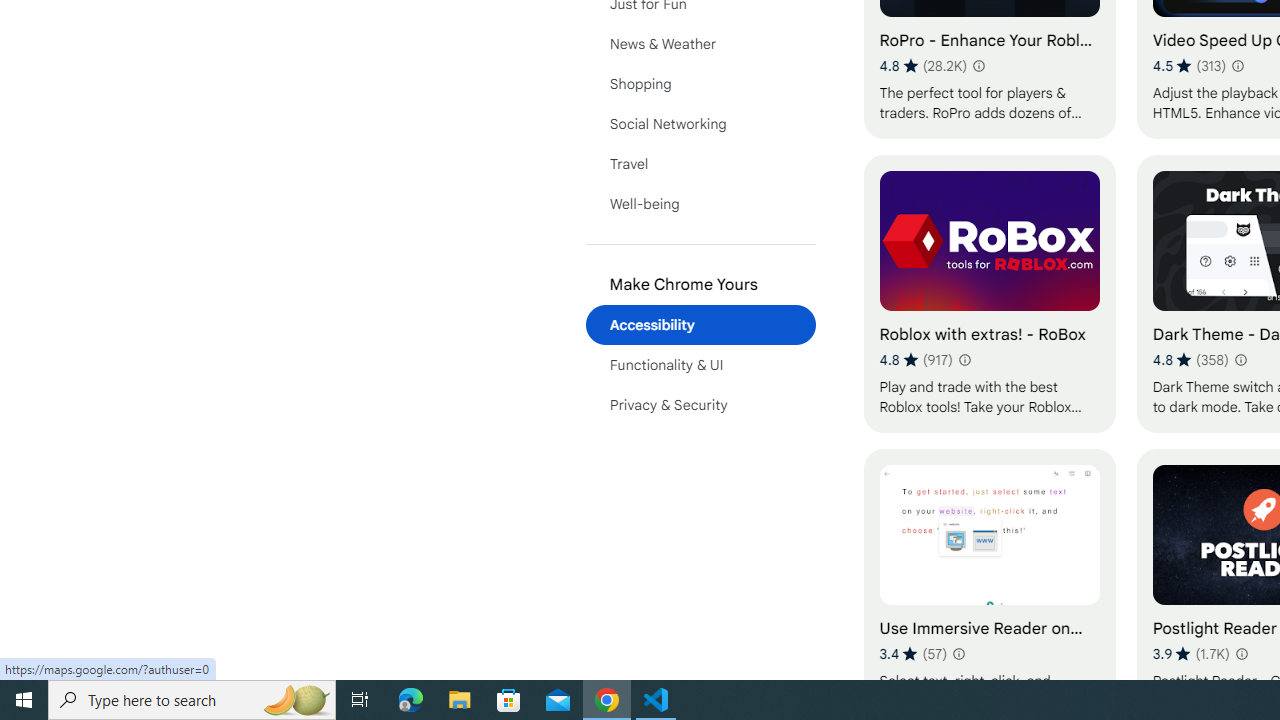 The image size is (1280, 720). Describe the element at coordinates (700, 123) in the screenshot. I see `'Social Networking'` at that location.